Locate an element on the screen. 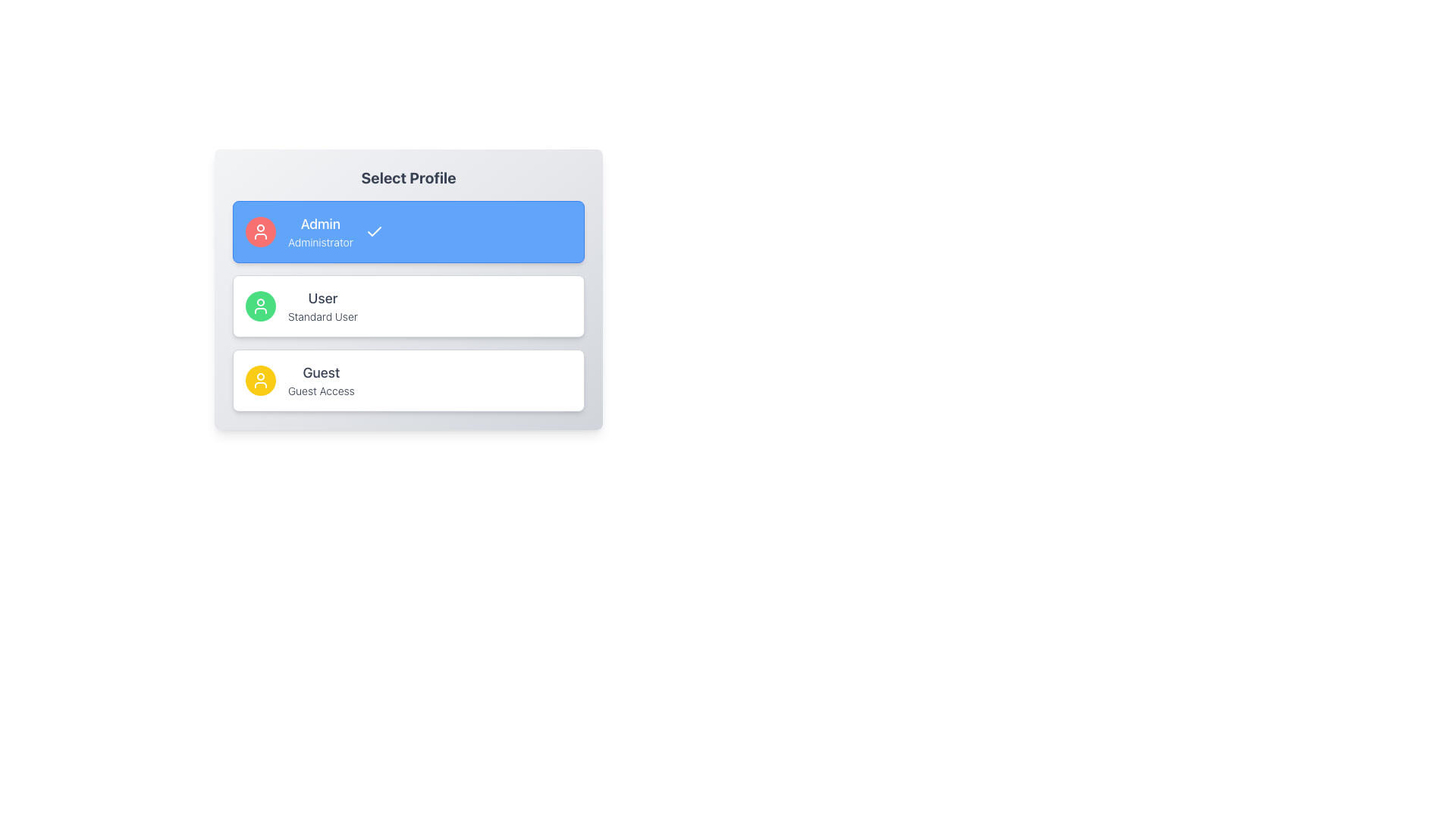  the circular red icon with a white user silhouette located at the top-left corner of the 'Admin' selection card, serving as a profile picture placeholder is located at coordinates (261, 231).